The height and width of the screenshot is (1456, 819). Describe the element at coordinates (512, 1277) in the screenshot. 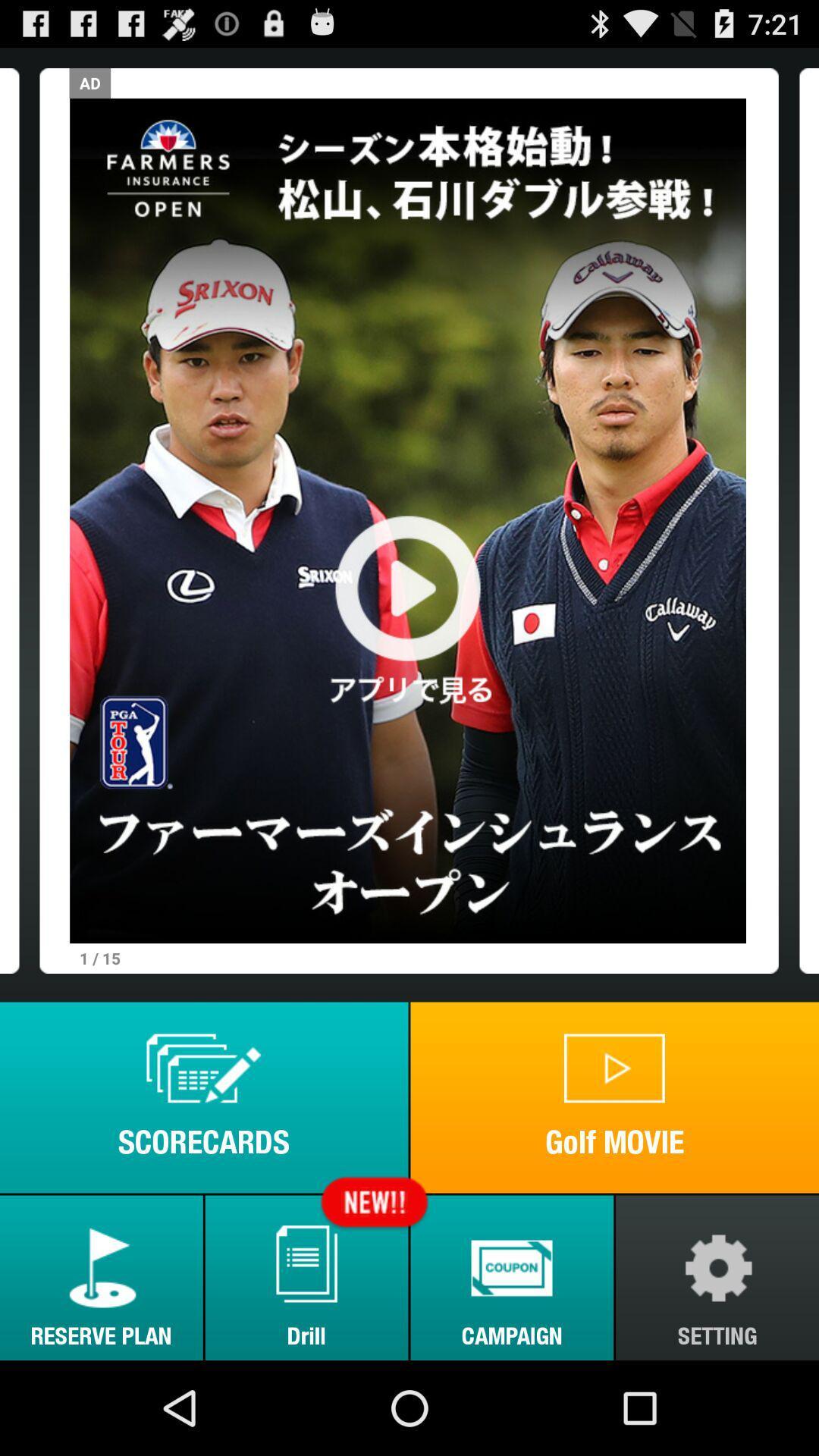

I see `the icon to the right of drill button` at that location.